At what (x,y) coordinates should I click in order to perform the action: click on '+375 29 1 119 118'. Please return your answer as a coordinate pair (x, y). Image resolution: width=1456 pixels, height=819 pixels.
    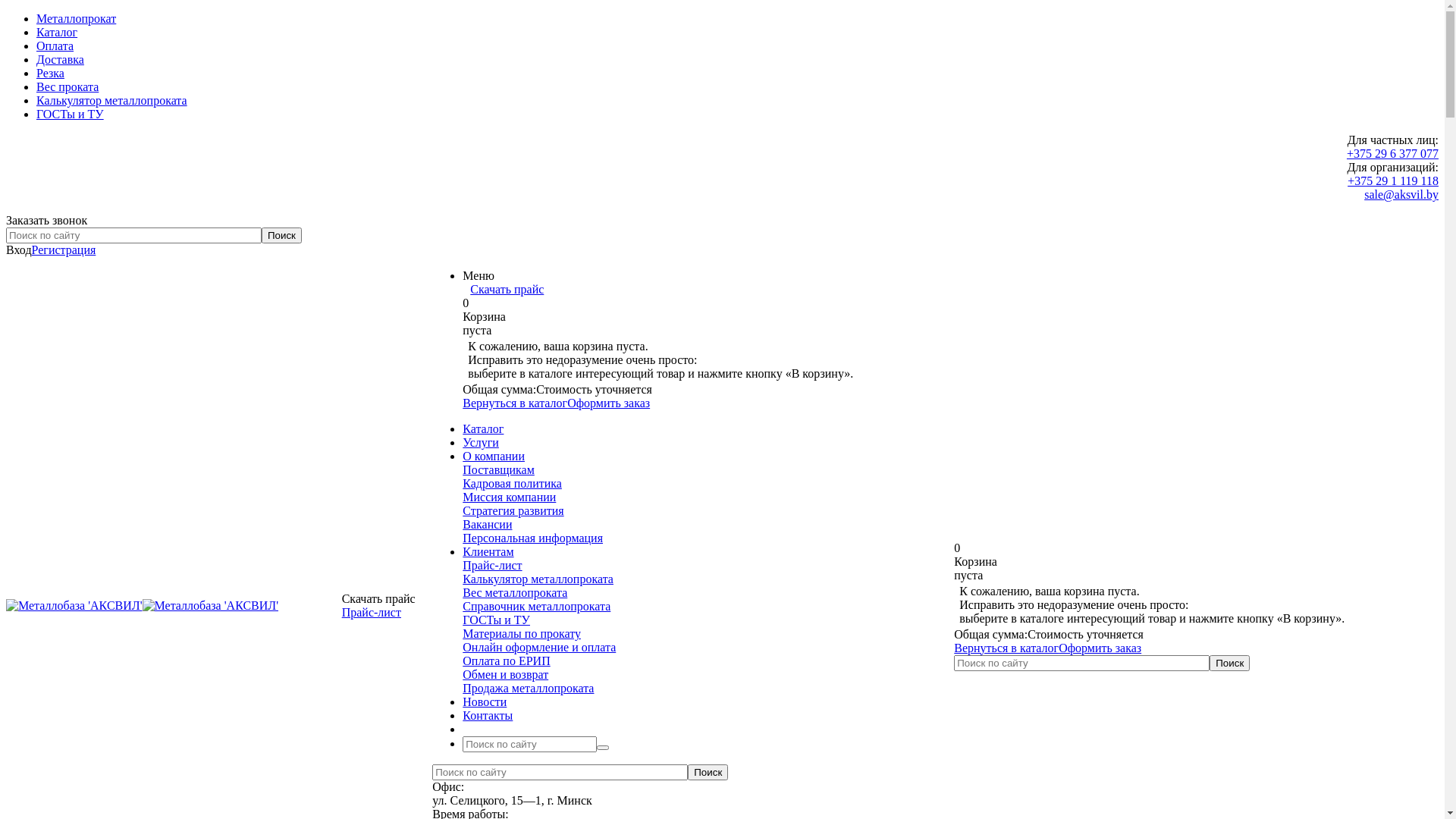
    Looking at the image, I should click on (1393, 180).